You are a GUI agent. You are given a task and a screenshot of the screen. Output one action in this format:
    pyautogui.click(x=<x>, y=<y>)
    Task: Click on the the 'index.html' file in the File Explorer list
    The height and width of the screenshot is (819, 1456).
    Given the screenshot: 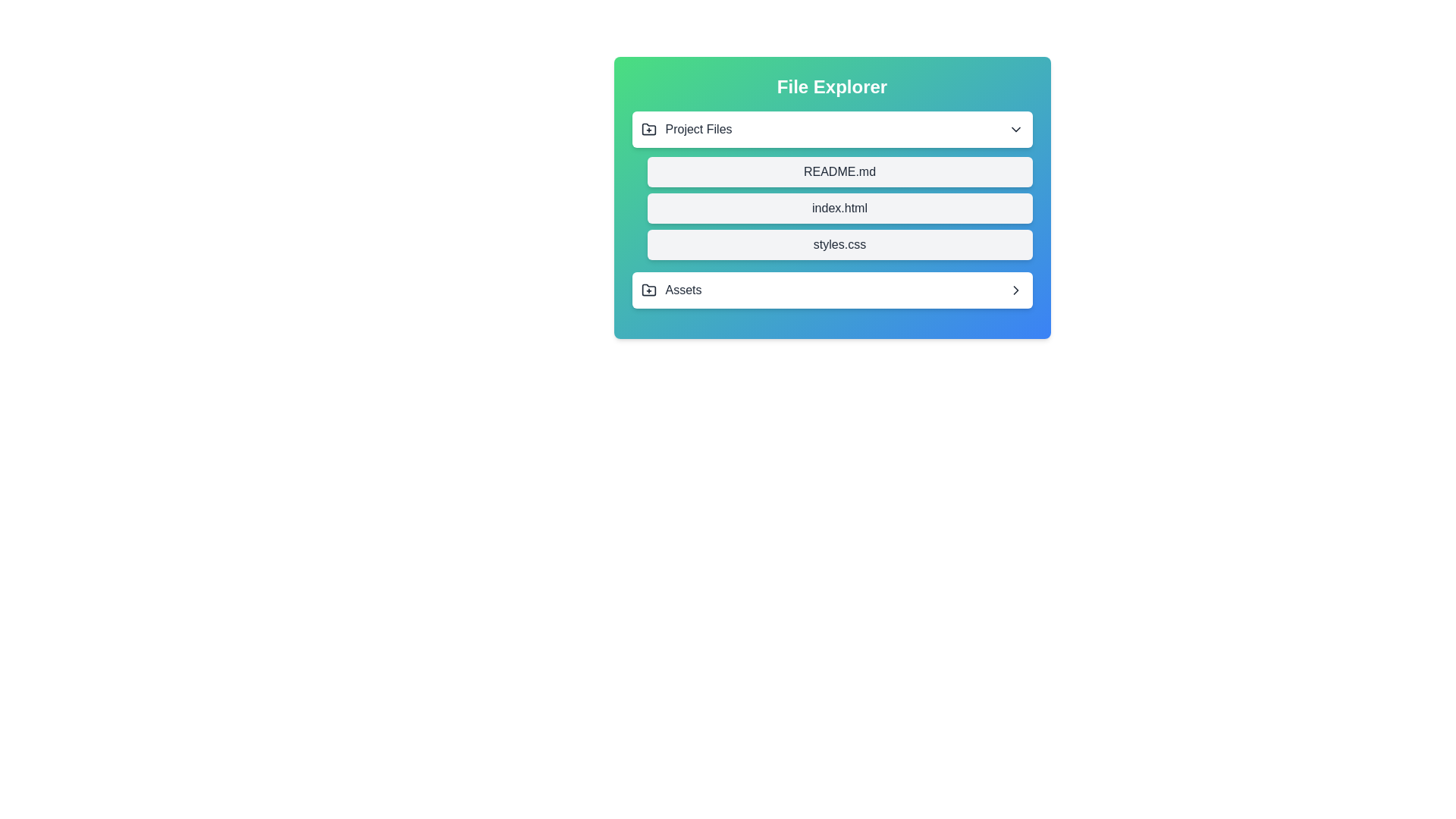 What is the action you would take?
    pyautogui.click(x=831, y=197)
    